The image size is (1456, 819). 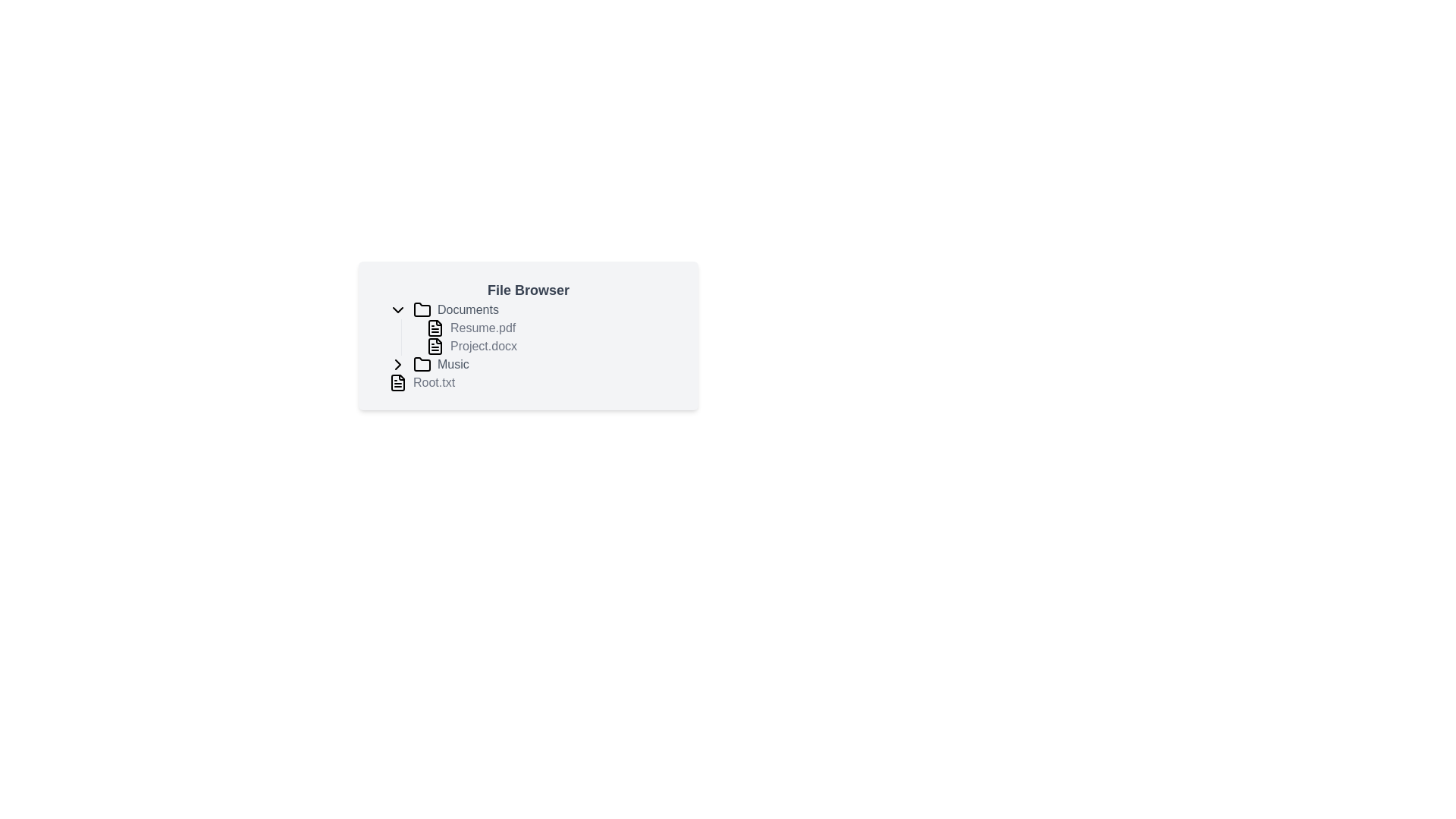 I want to click on the list item labeled 'Root.txt' that appears as the last item in the file browser structure, so click(x=422, y=382).